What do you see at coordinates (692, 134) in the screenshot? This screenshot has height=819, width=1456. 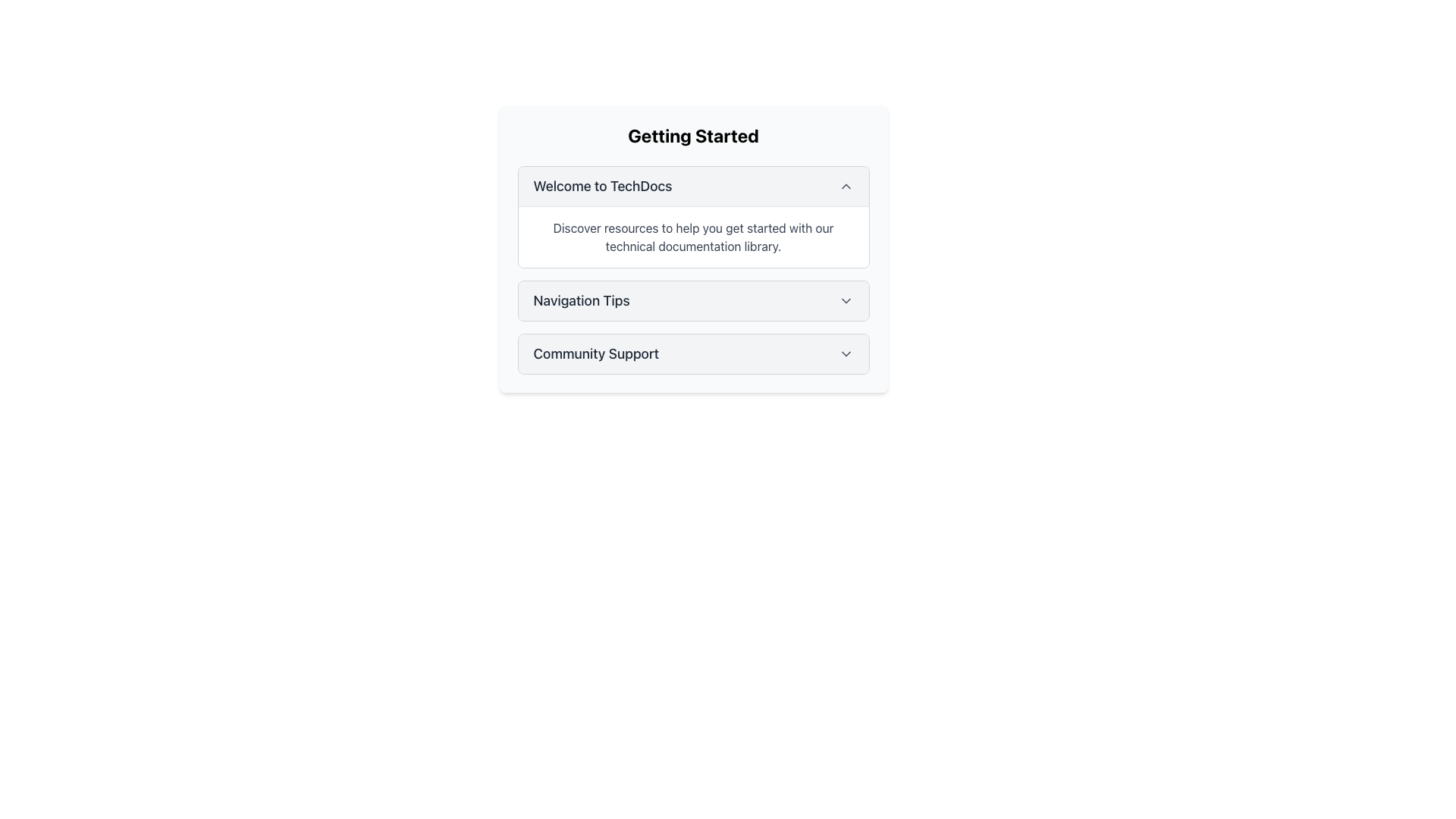 I see `the prominent text heading 'Getting Started' located at the top section of the panel` at bounding box center [692, 134].